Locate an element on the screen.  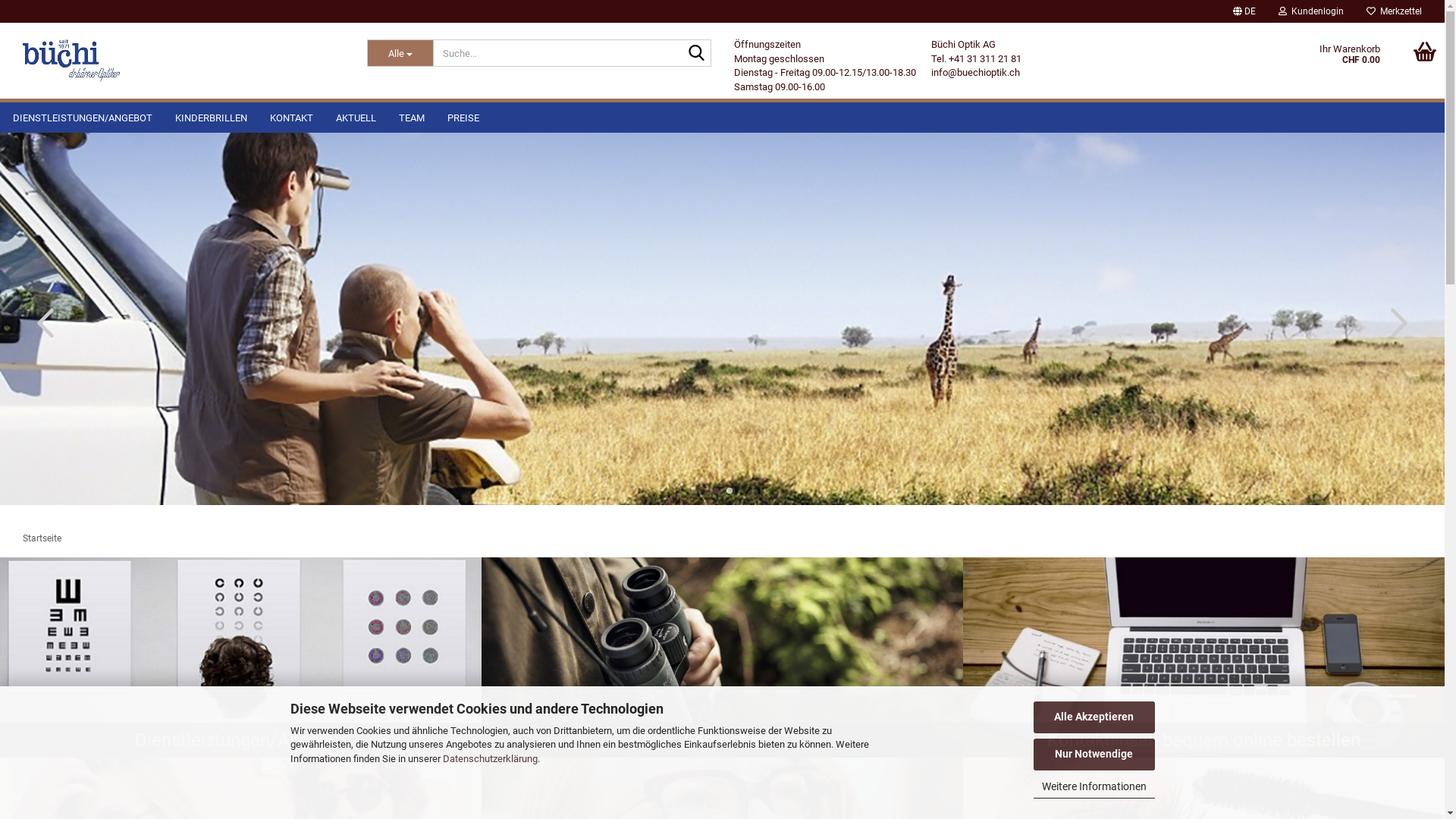
'Nur Notwendige' is located at coordinates (1093, 755).